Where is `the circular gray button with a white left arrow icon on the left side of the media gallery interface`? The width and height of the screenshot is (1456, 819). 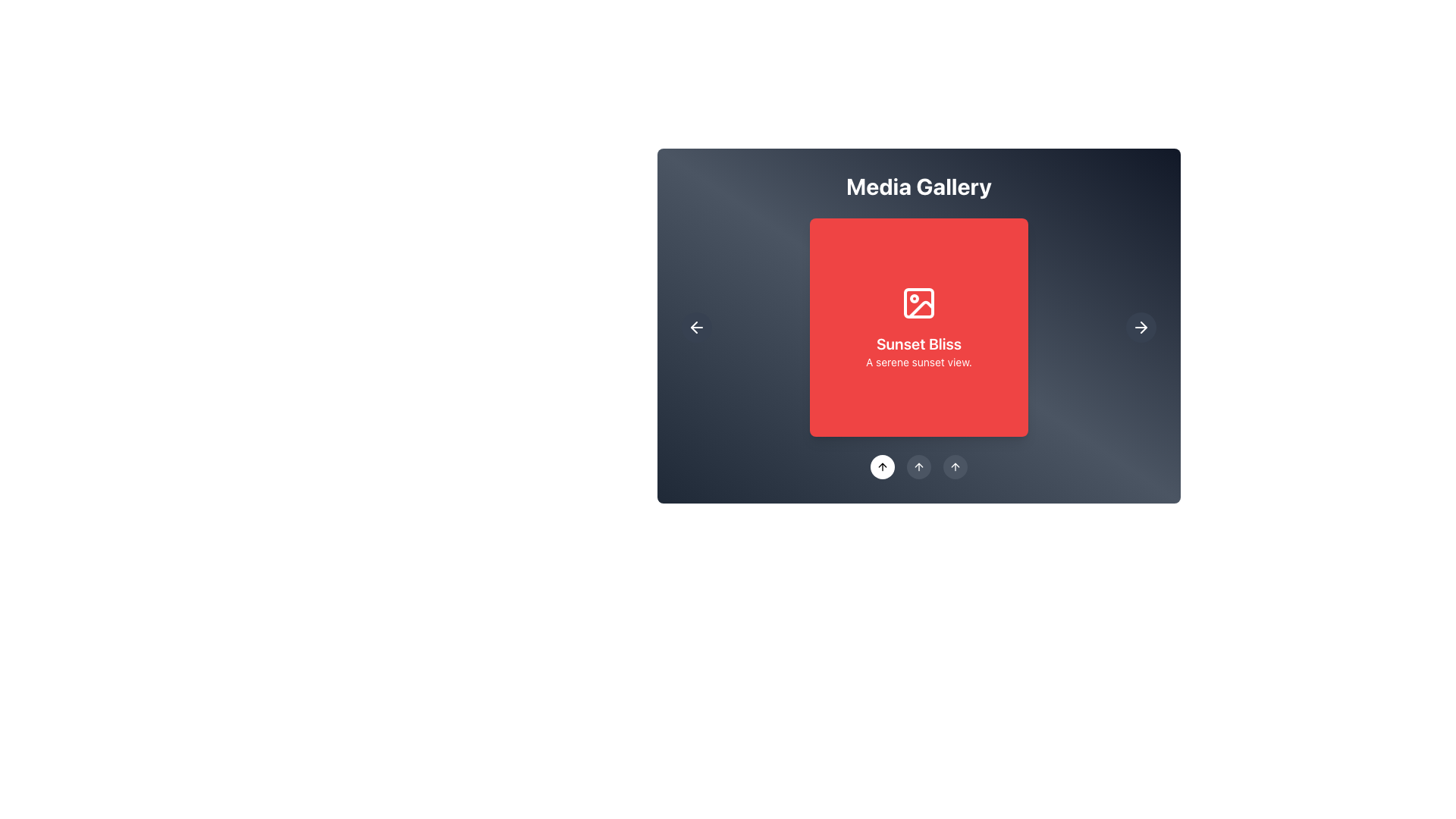
the circular gray button with a white left arrow icon on the left side of the media gallery interface is located at coordinates (695, 327).